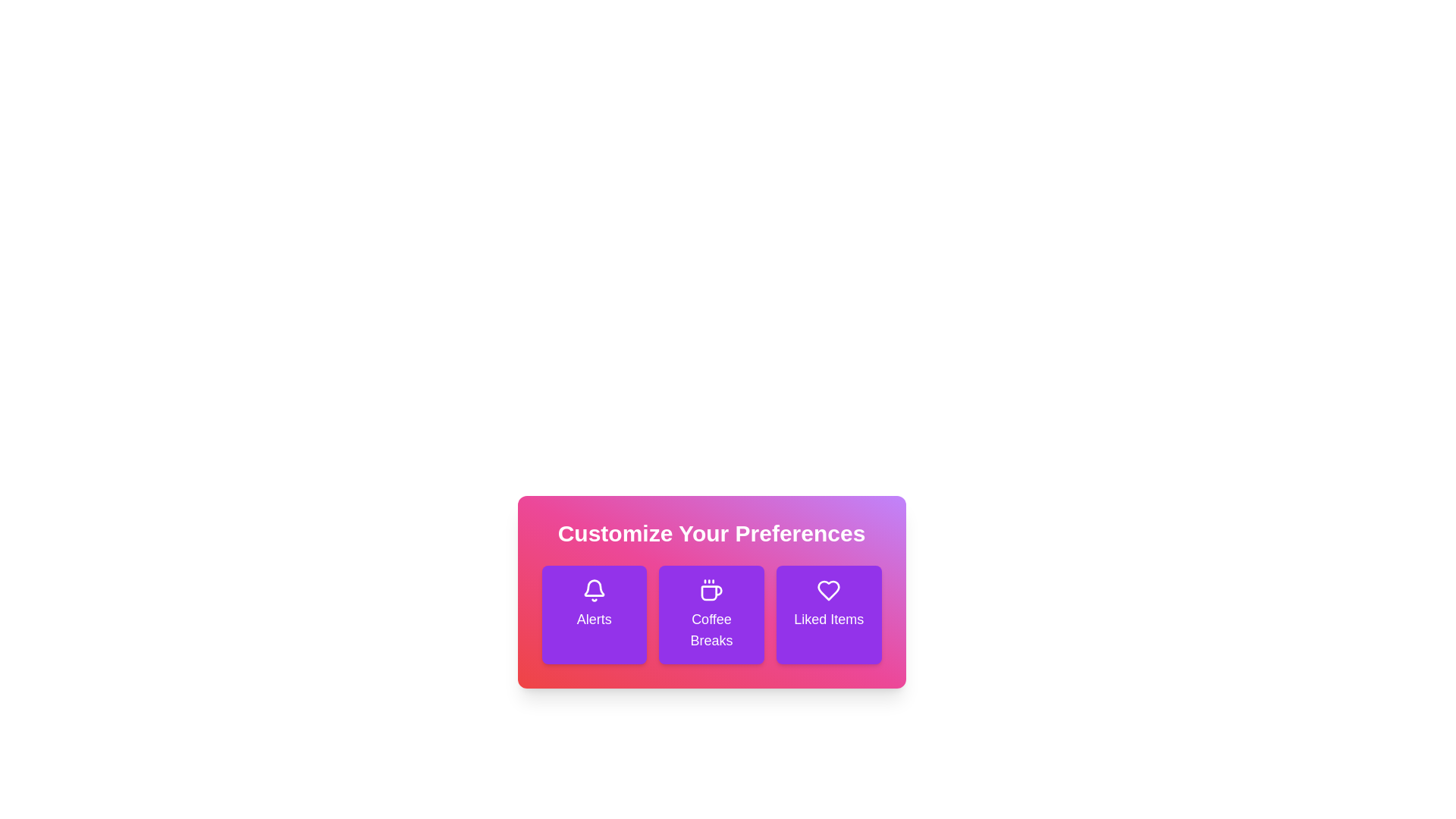 The height and width of the screenshot is (819, 1456). I want to click on the SVG graphic icon representing the 'Liked Items' option located inside the 'Liked Items' button in the 'Customize Your Preferences' section, so click(828, 590).